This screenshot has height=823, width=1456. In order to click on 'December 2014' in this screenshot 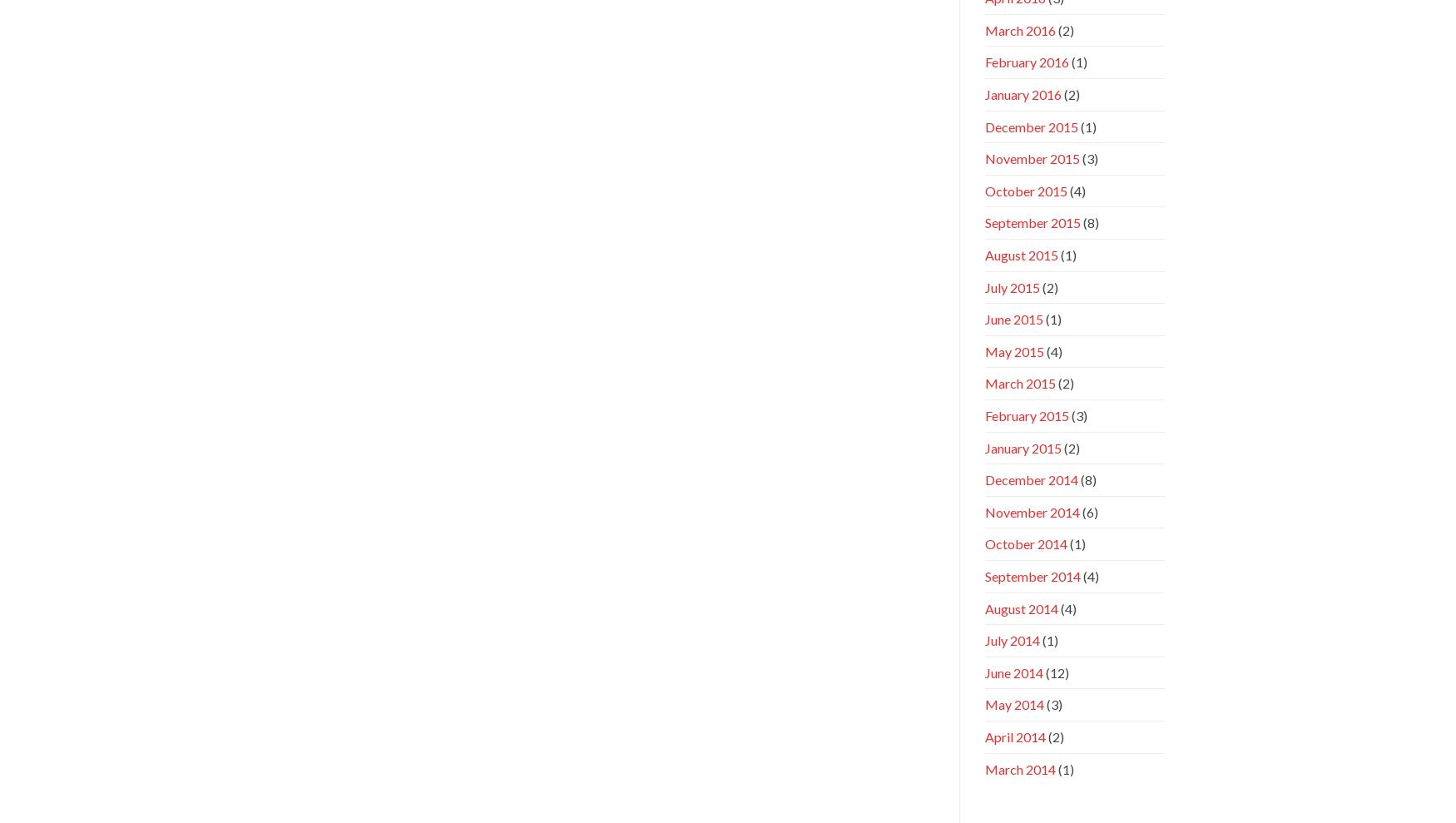, I will do `click(1031, 478)`.